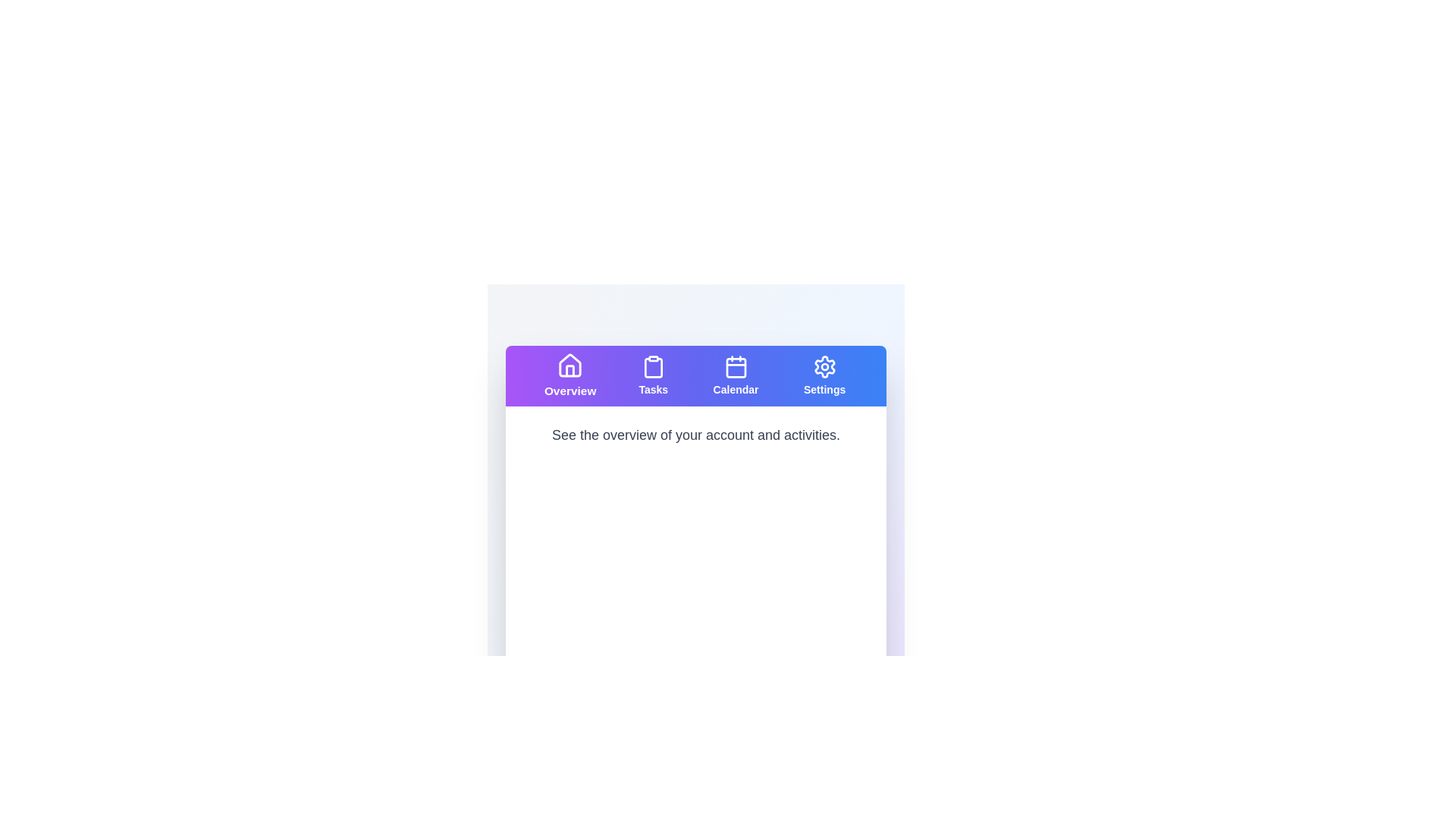  Describe the element at coordinates (569, 391) in the screenshot. I see `text label located under the house icon in the first button of the top horizontal navigation bar` at that location.